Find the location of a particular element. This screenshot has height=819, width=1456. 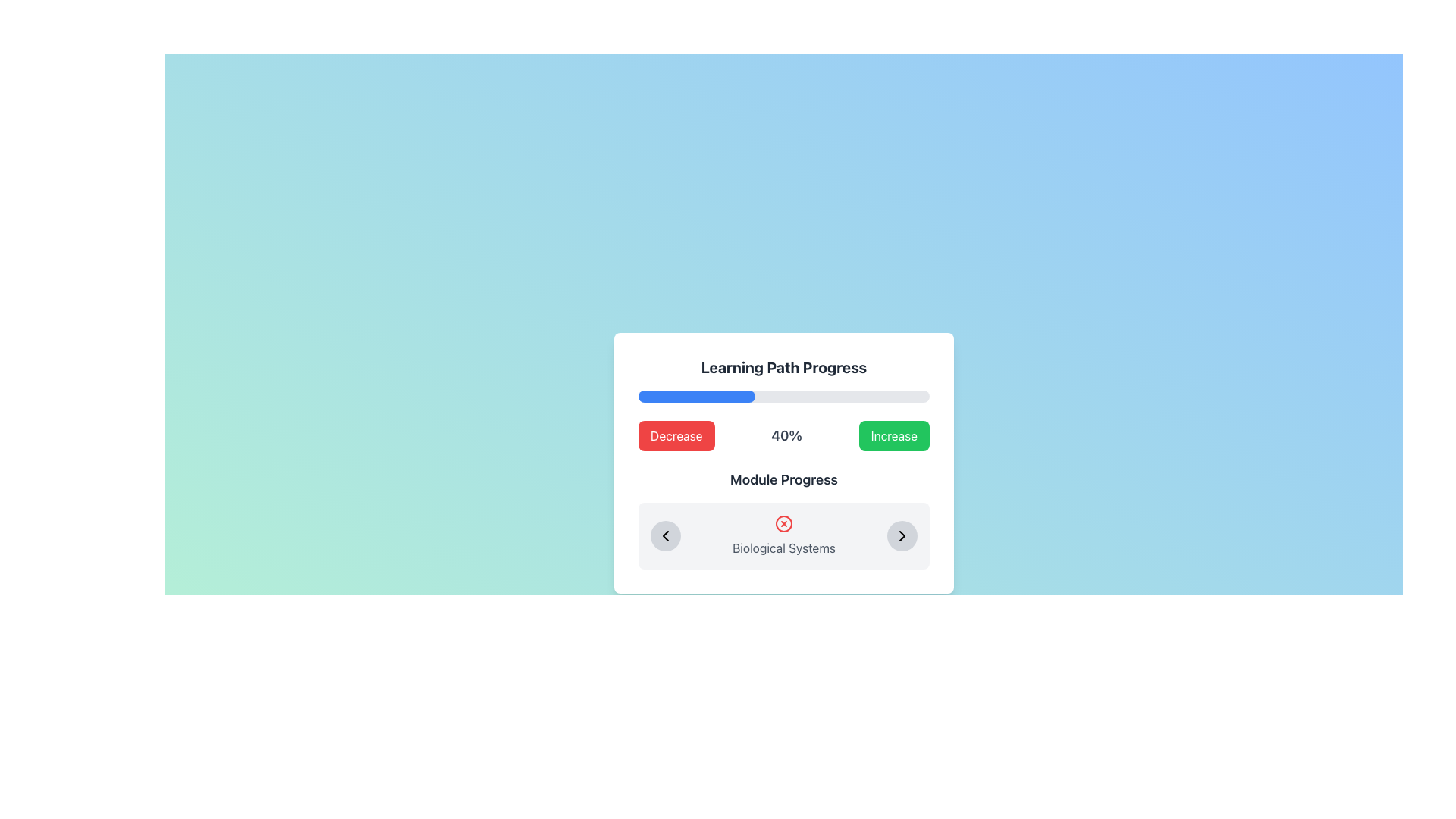

progress is located at coordinates (821, 396).